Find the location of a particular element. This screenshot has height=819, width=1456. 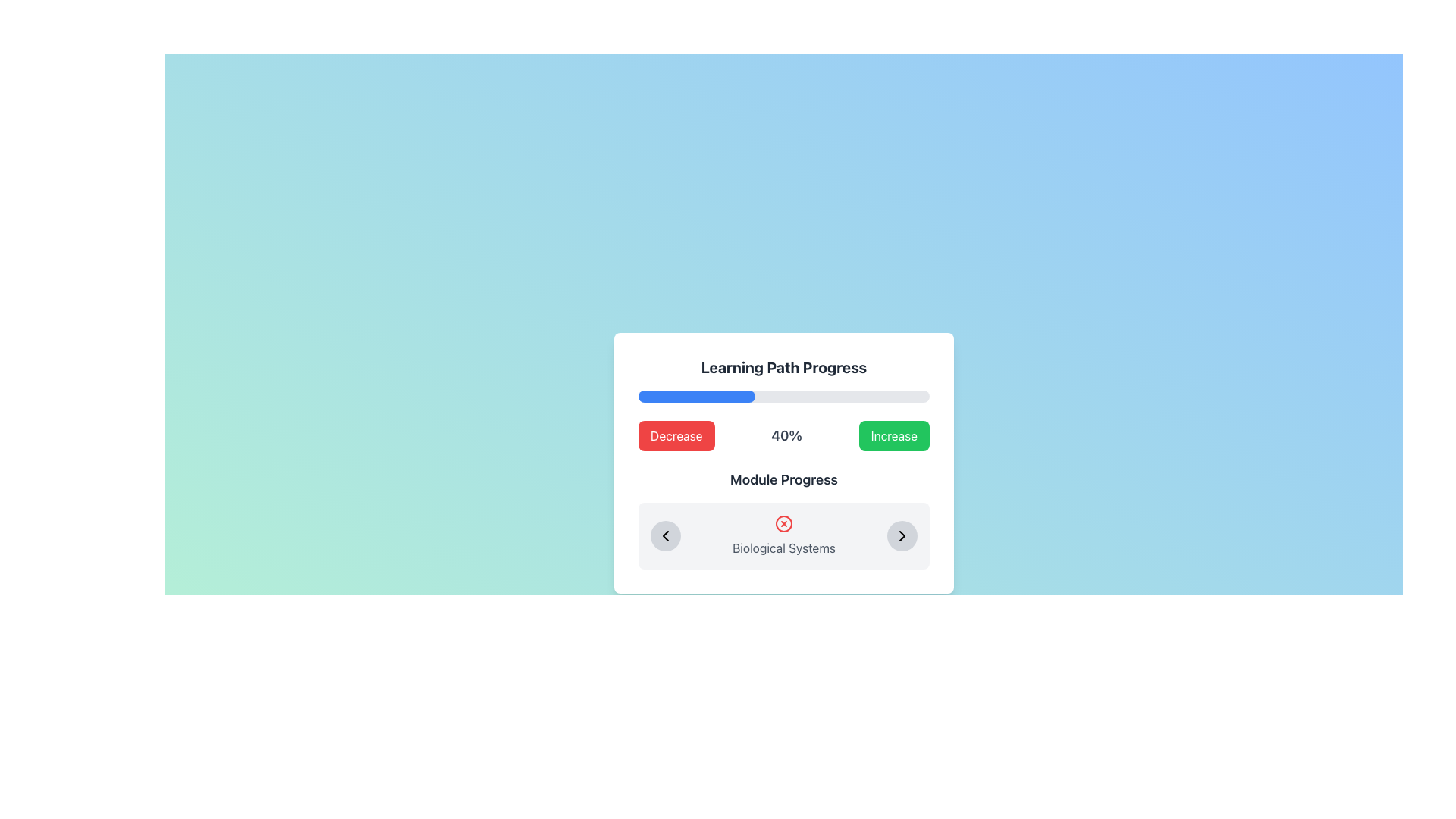

progress is located at coordinates (821, 396).